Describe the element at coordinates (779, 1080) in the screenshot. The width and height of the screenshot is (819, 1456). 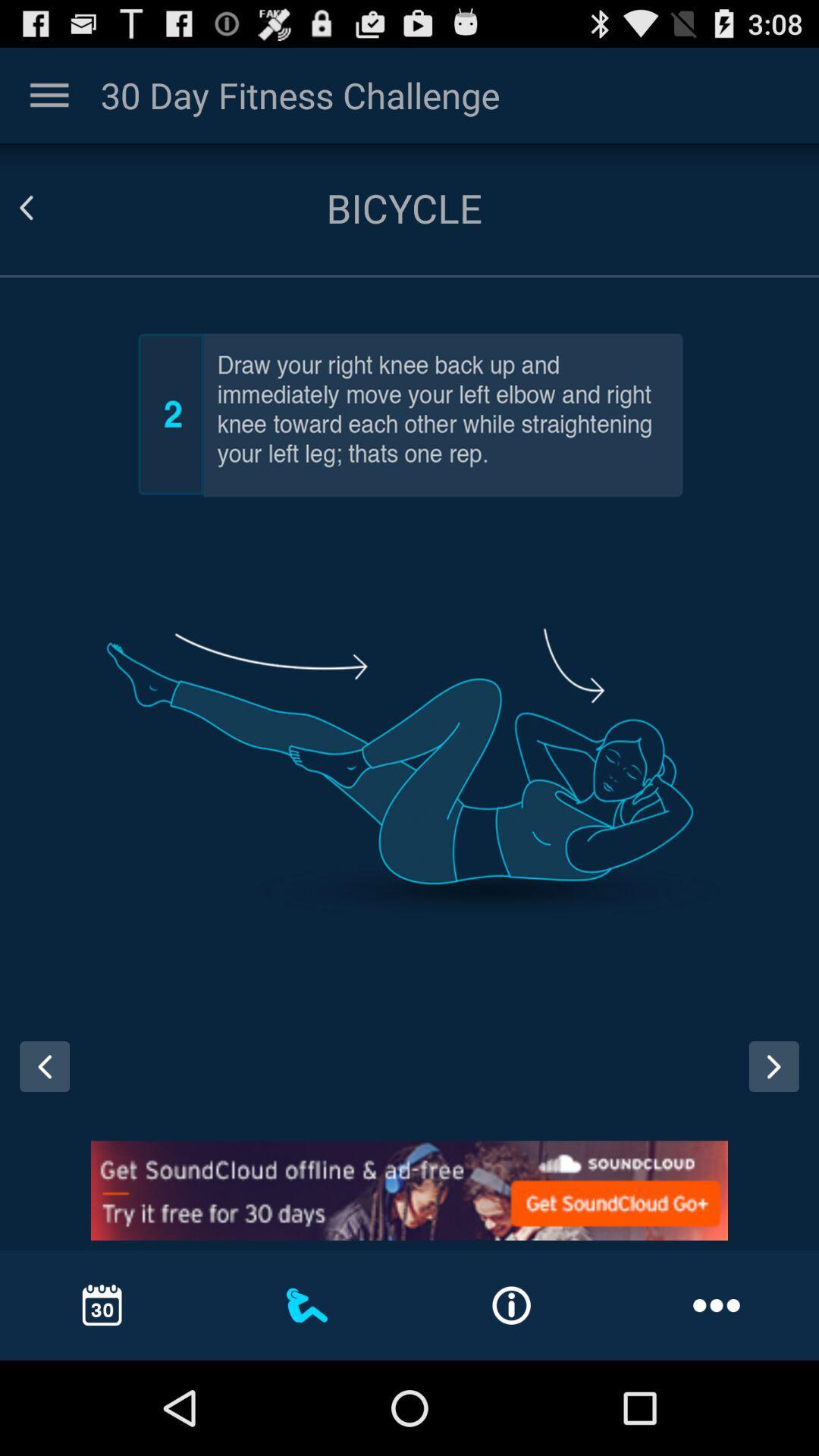
I see `next` at that location.